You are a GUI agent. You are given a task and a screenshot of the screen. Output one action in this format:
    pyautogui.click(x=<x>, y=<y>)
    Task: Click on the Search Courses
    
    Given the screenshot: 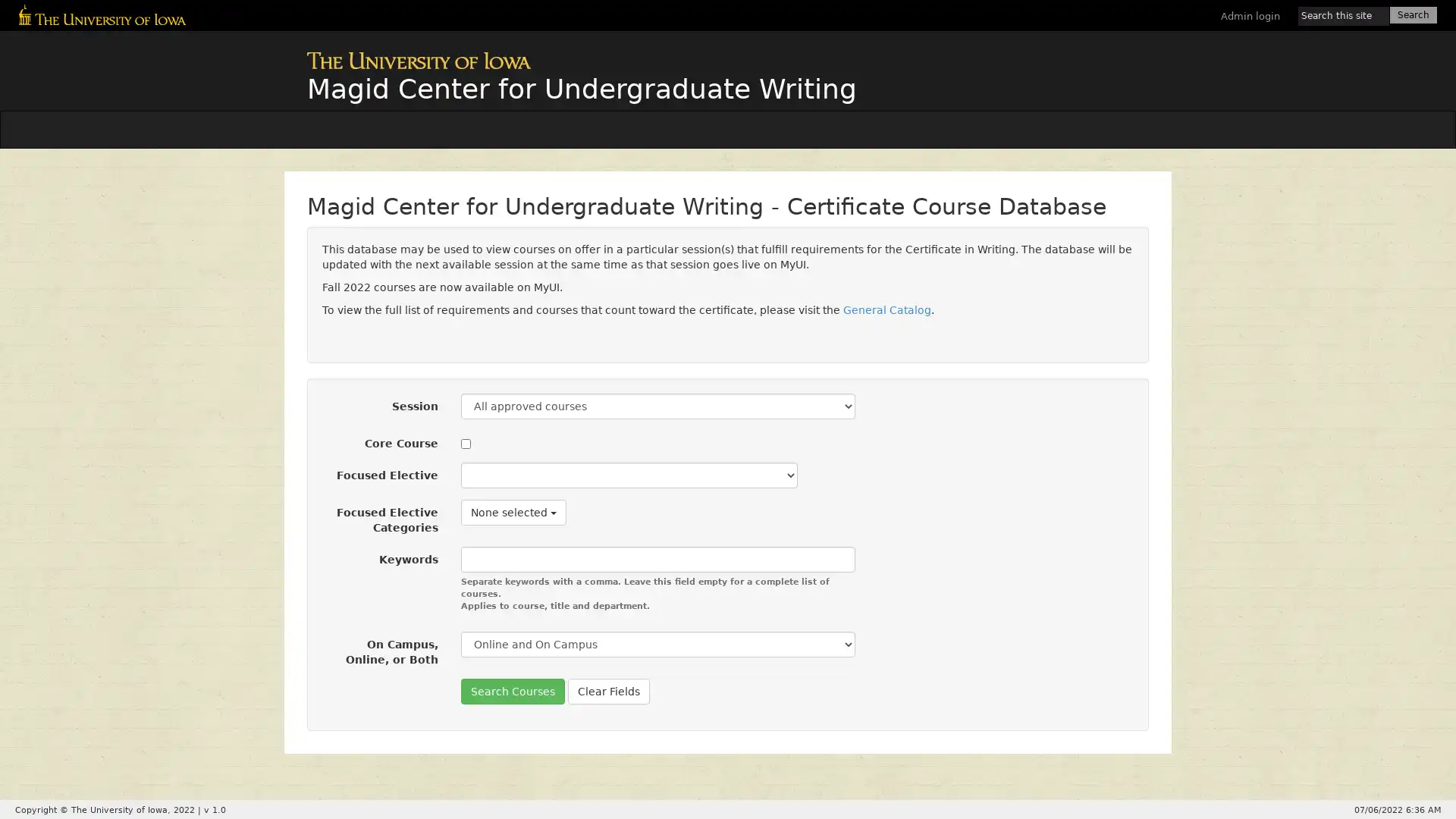 What is the action you would take?
    pyautogui.click(x=513, y=691)
    